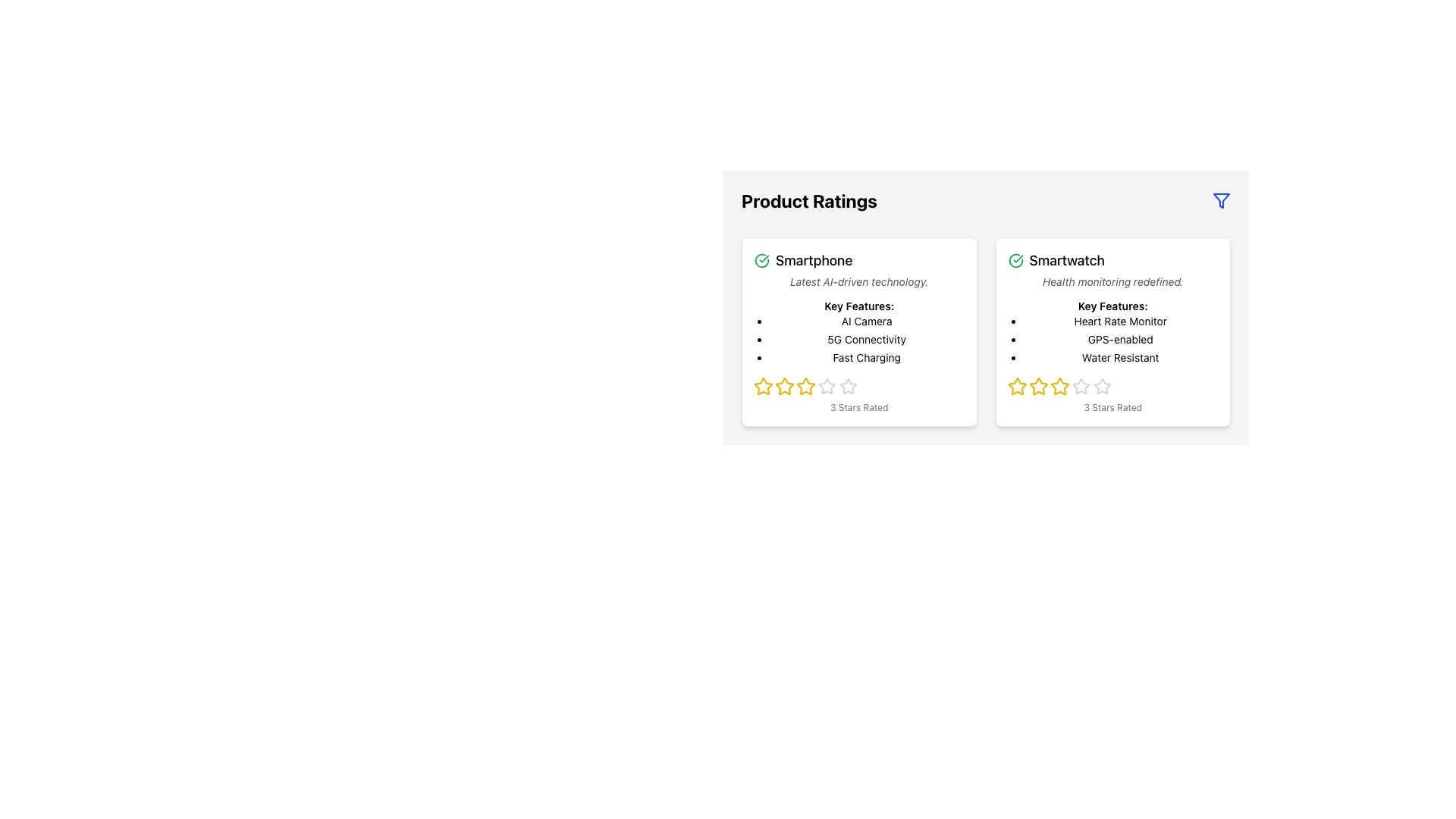 This screenshot has height=819, width=1456. I want to click on the green circular icon with a checkmark that is positioned to the left of the text 'Smartphone', aligning with the text's vertical center, so click(761, 259).